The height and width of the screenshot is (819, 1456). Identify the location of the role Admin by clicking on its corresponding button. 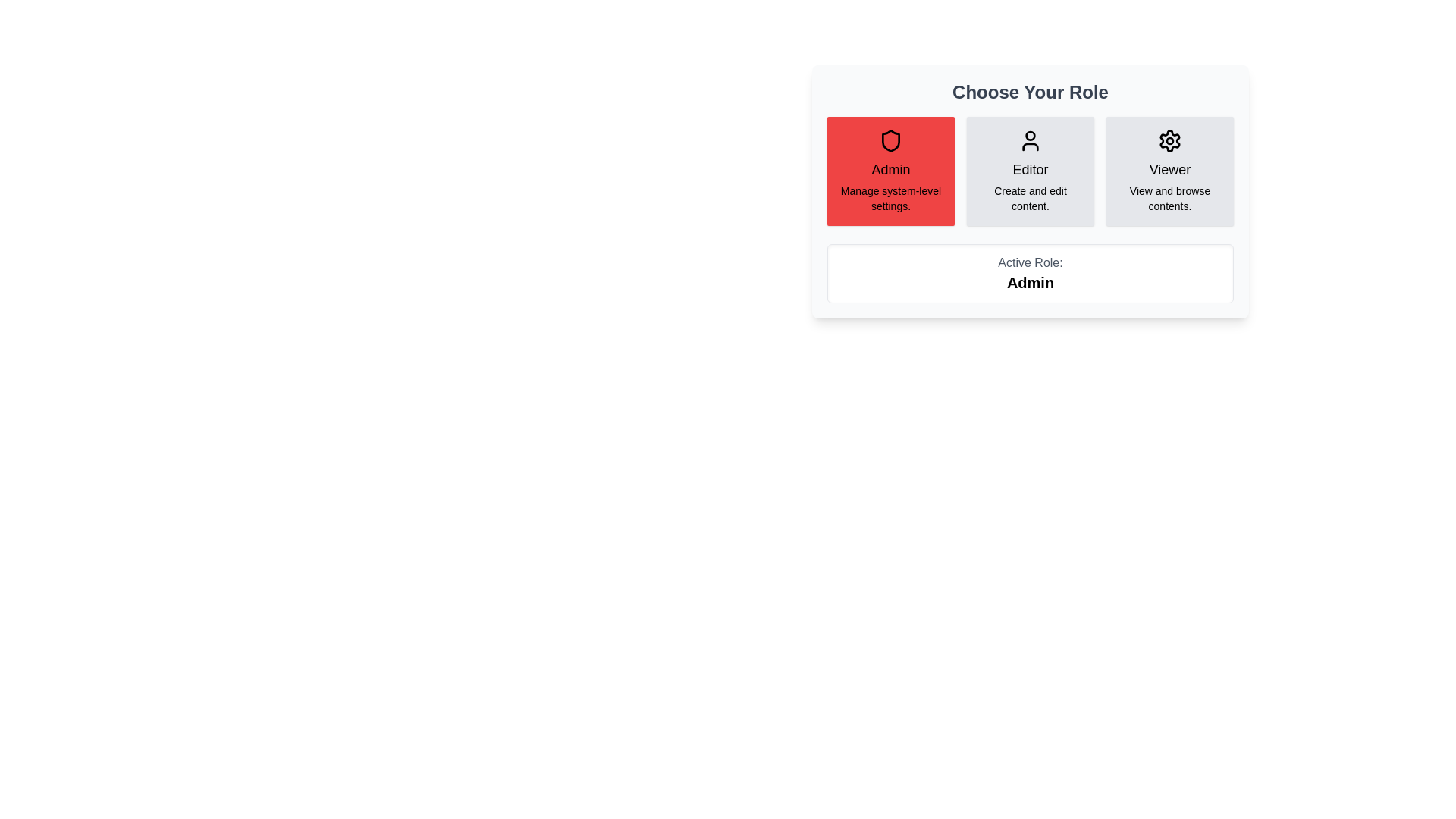
(891, 171).